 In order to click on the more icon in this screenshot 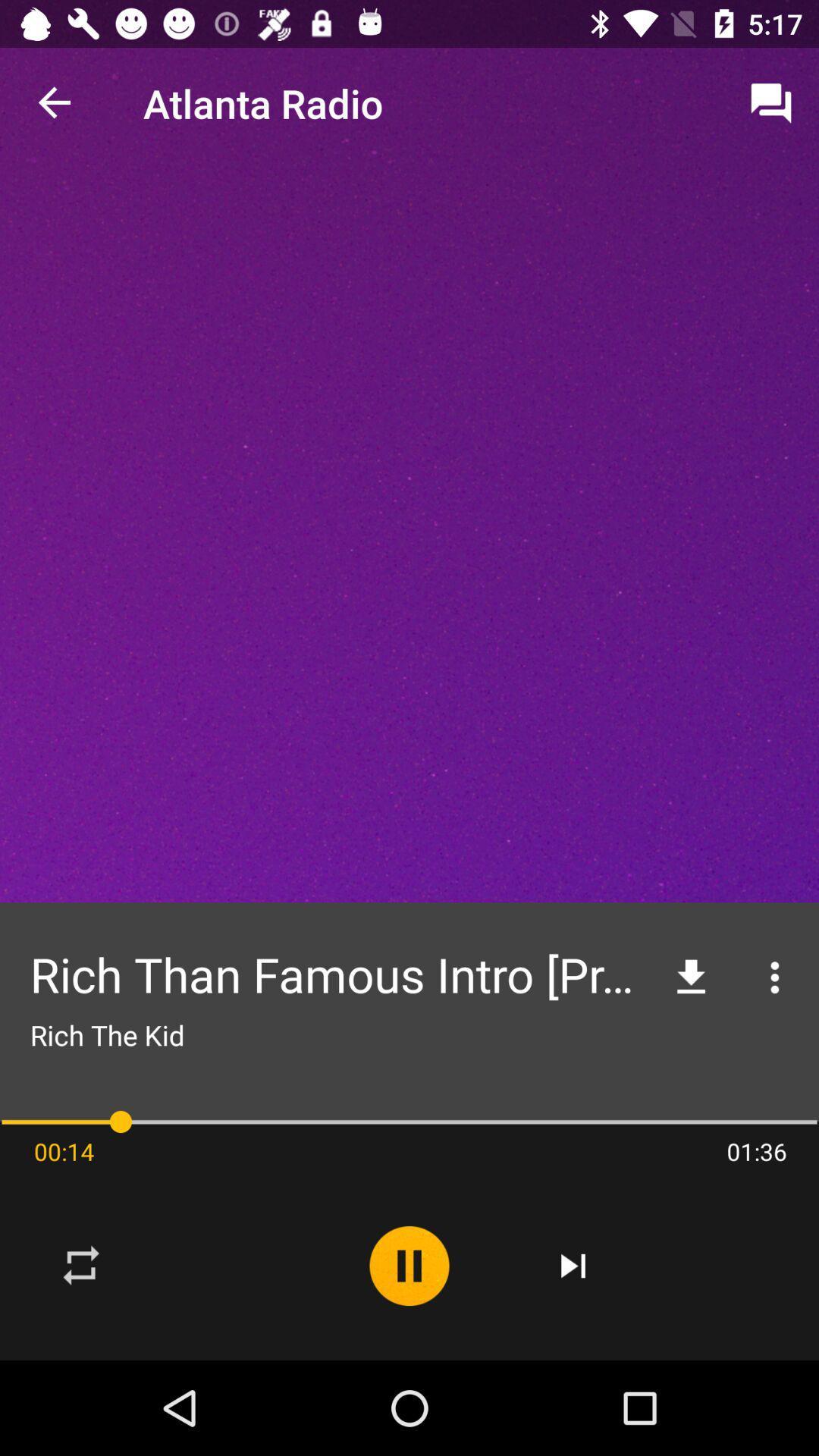, I will do `click(775, 977)`.